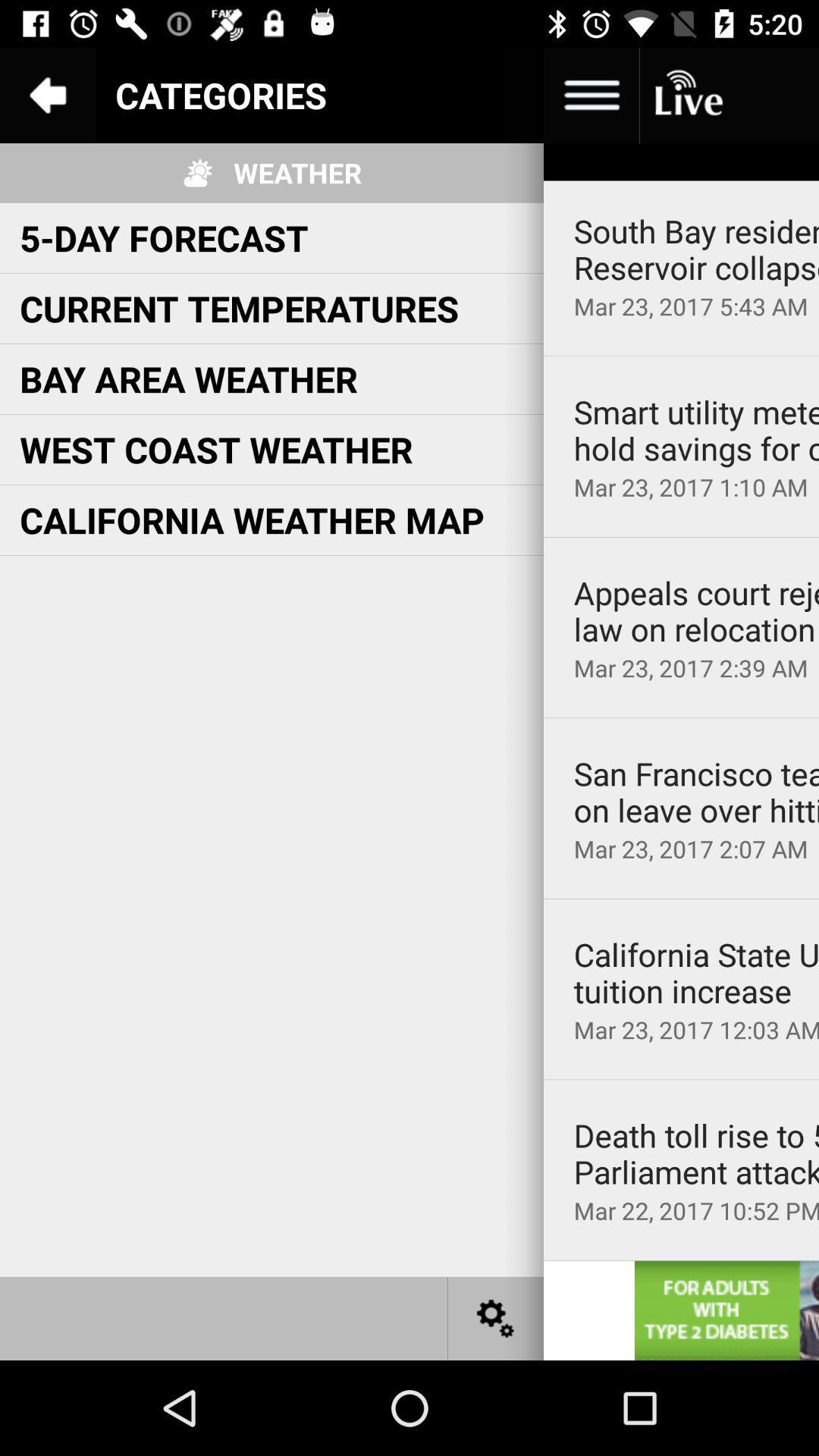 The image size is (819, 1456). What do you see at coordinates (46, 94) in the screenshot?
I see `goto back` at bounding box center [46, 94].